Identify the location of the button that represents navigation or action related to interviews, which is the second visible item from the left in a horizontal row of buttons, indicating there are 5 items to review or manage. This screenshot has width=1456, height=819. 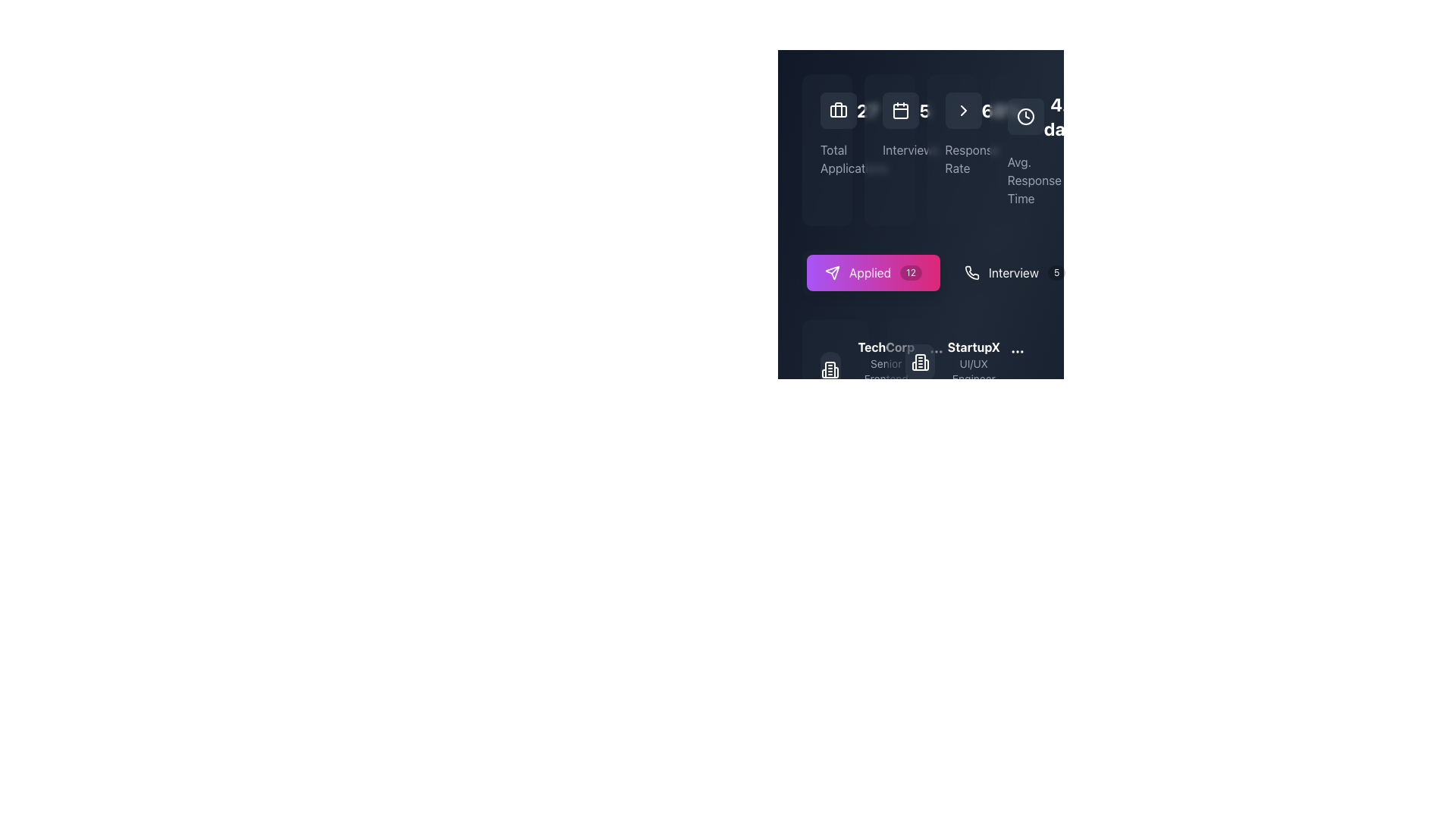
(1015, 271).